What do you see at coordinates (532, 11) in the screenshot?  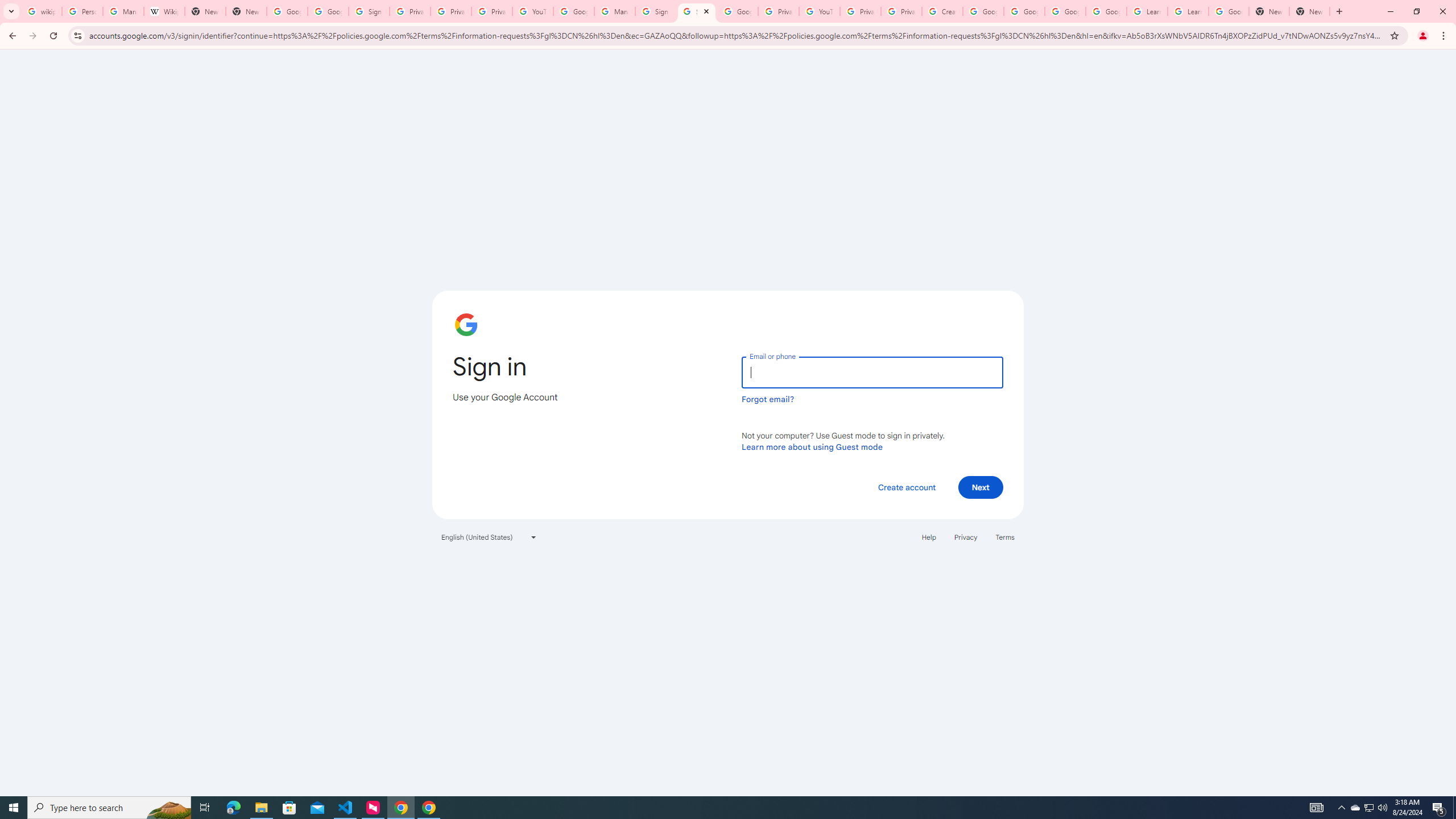 I see `'YouTube'` at bounding box center [532, 11].